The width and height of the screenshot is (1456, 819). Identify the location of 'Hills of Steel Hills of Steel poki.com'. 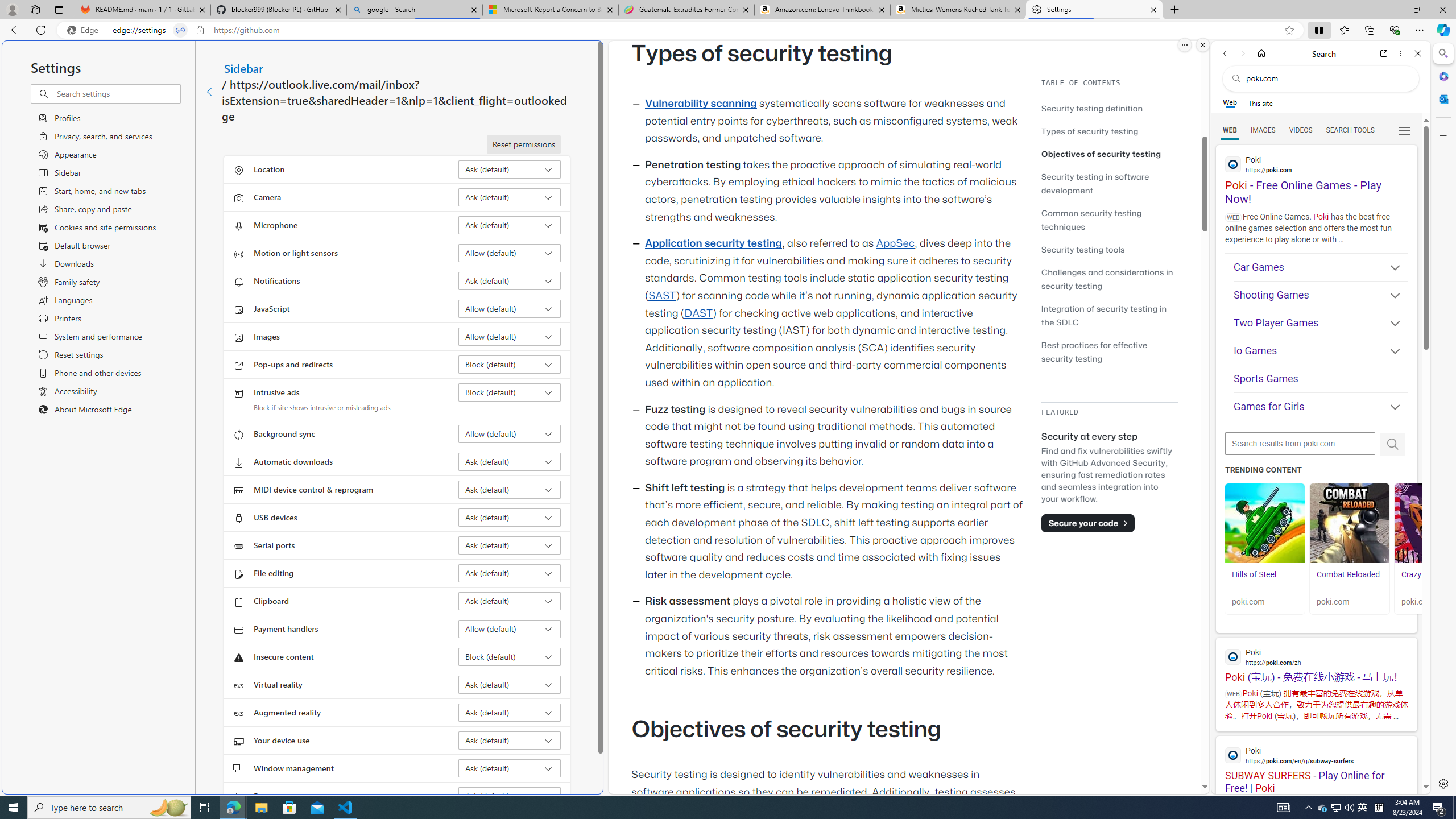
(1264, 548).